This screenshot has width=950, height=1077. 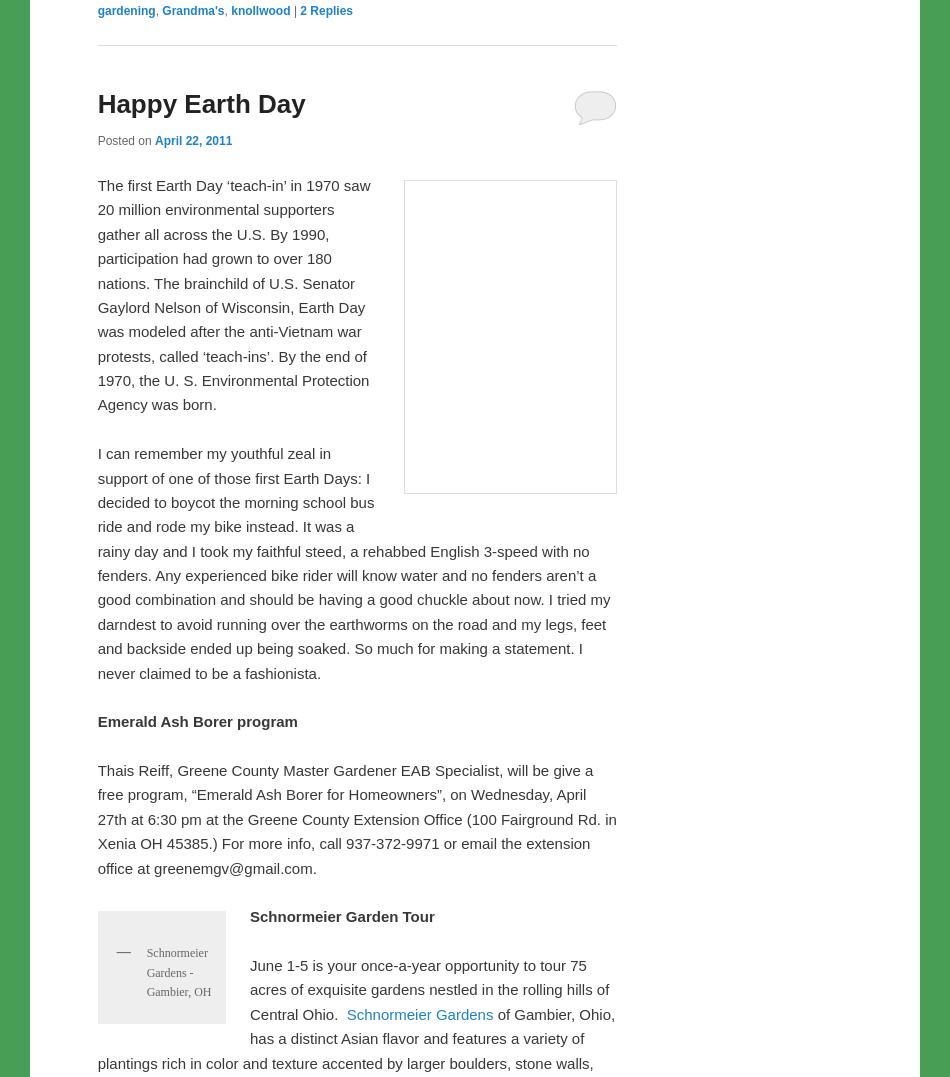 What do you see at coordinates (123, 360) in the screenshot?
I see `'Loading...'` at bounding box center [123, 360].